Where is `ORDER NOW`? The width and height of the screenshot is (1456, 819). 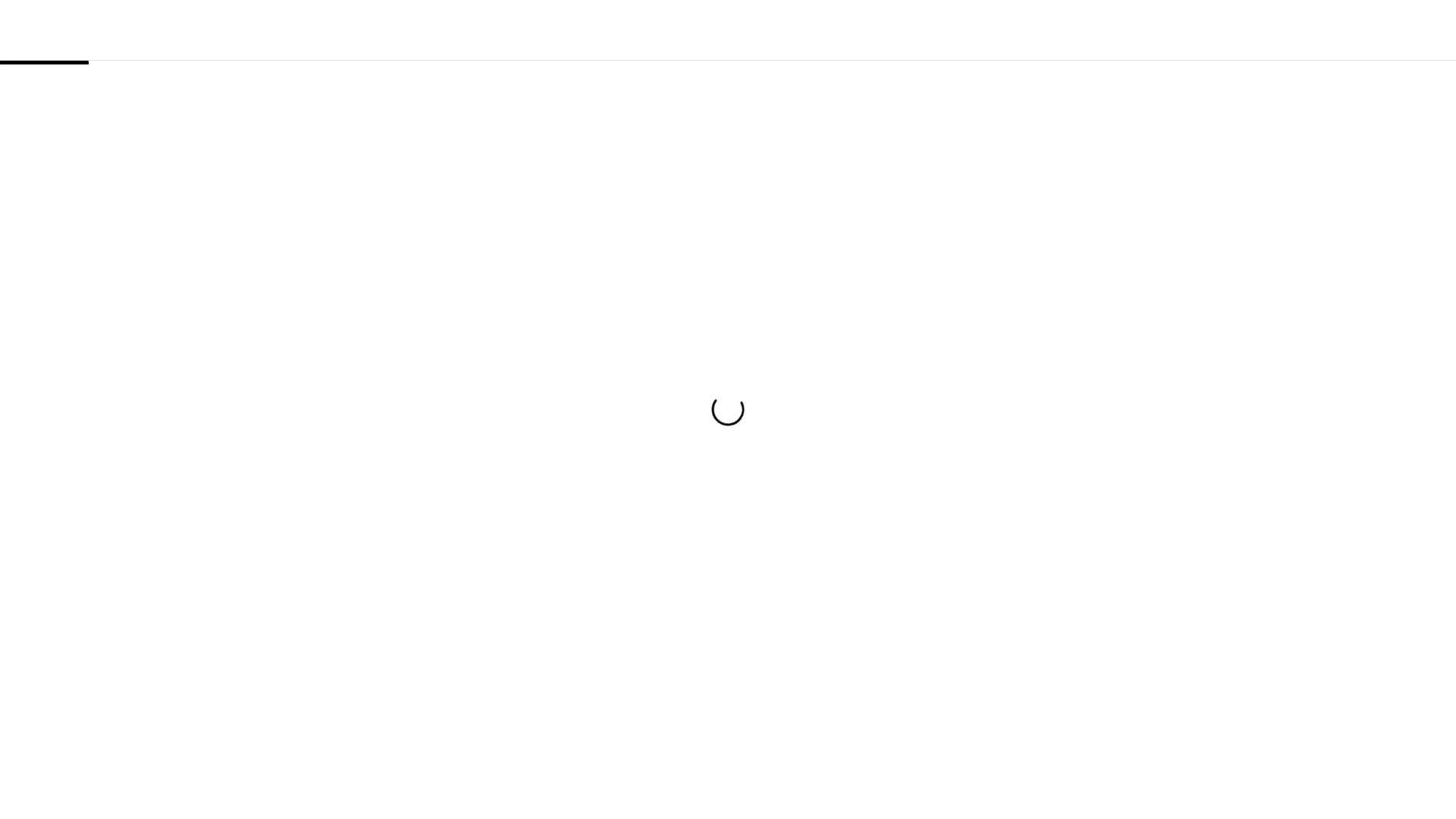
ORDER NOW is located at coordinates (1105, 29).